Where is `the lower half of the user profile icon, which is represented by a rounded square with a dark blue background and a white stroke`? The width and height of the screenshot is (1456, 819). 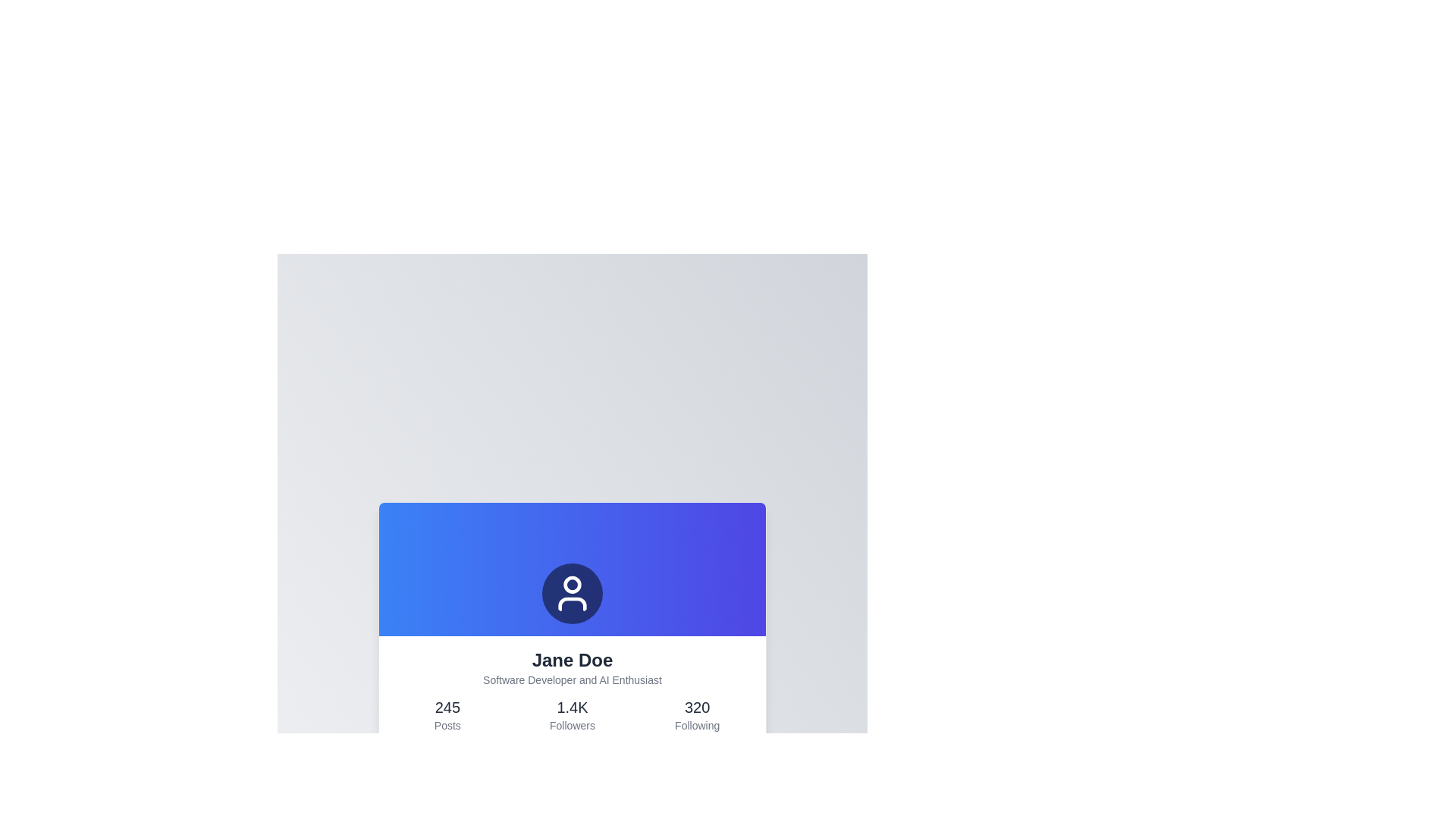
the lower half of the user profile icon, which is represented by a rounded square with a dark blue background and a white stroke is located at coordinates (571, 604).